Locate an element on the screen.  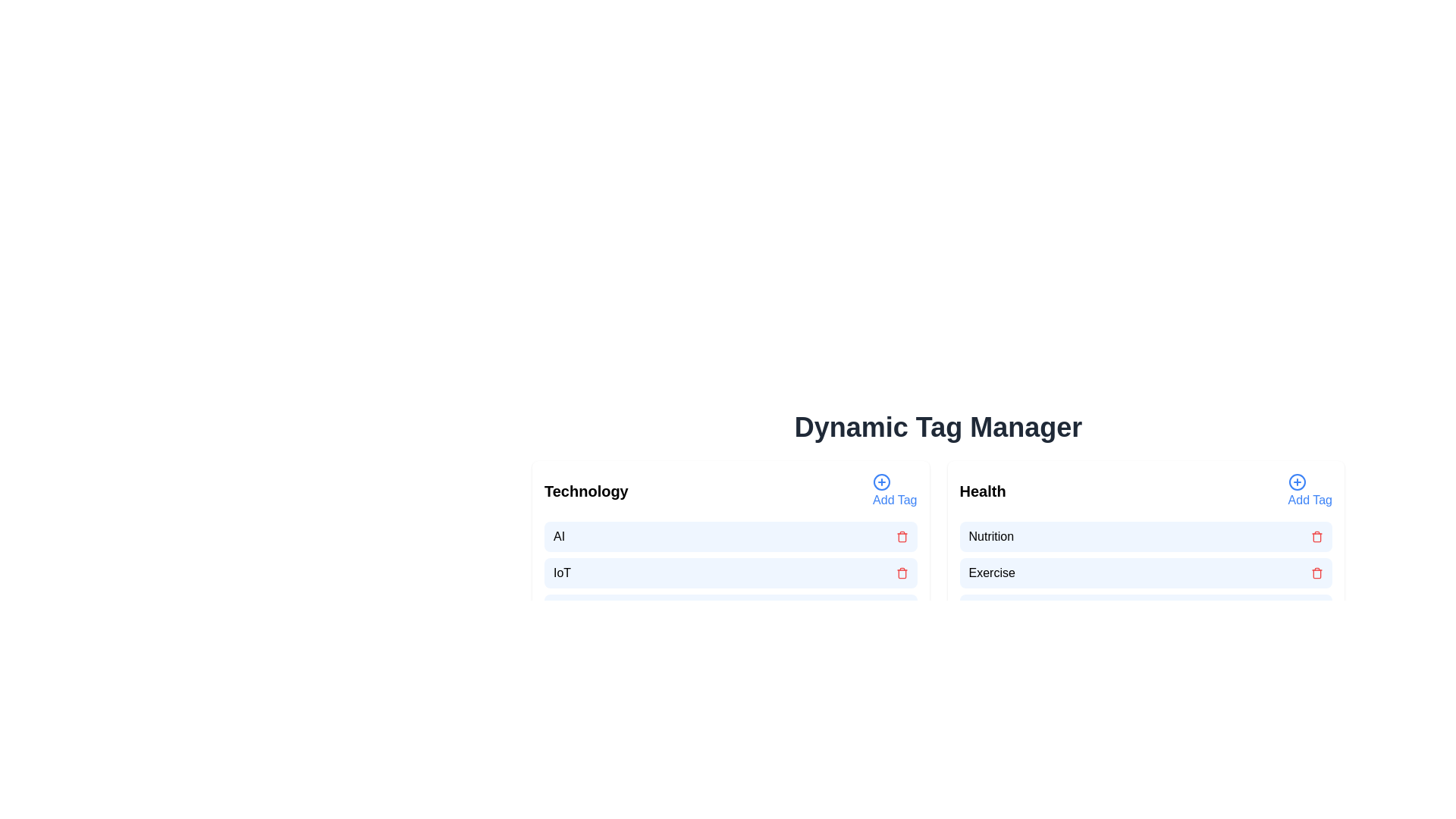
the 'Health' section header element is located at coordinates (1146, 491).